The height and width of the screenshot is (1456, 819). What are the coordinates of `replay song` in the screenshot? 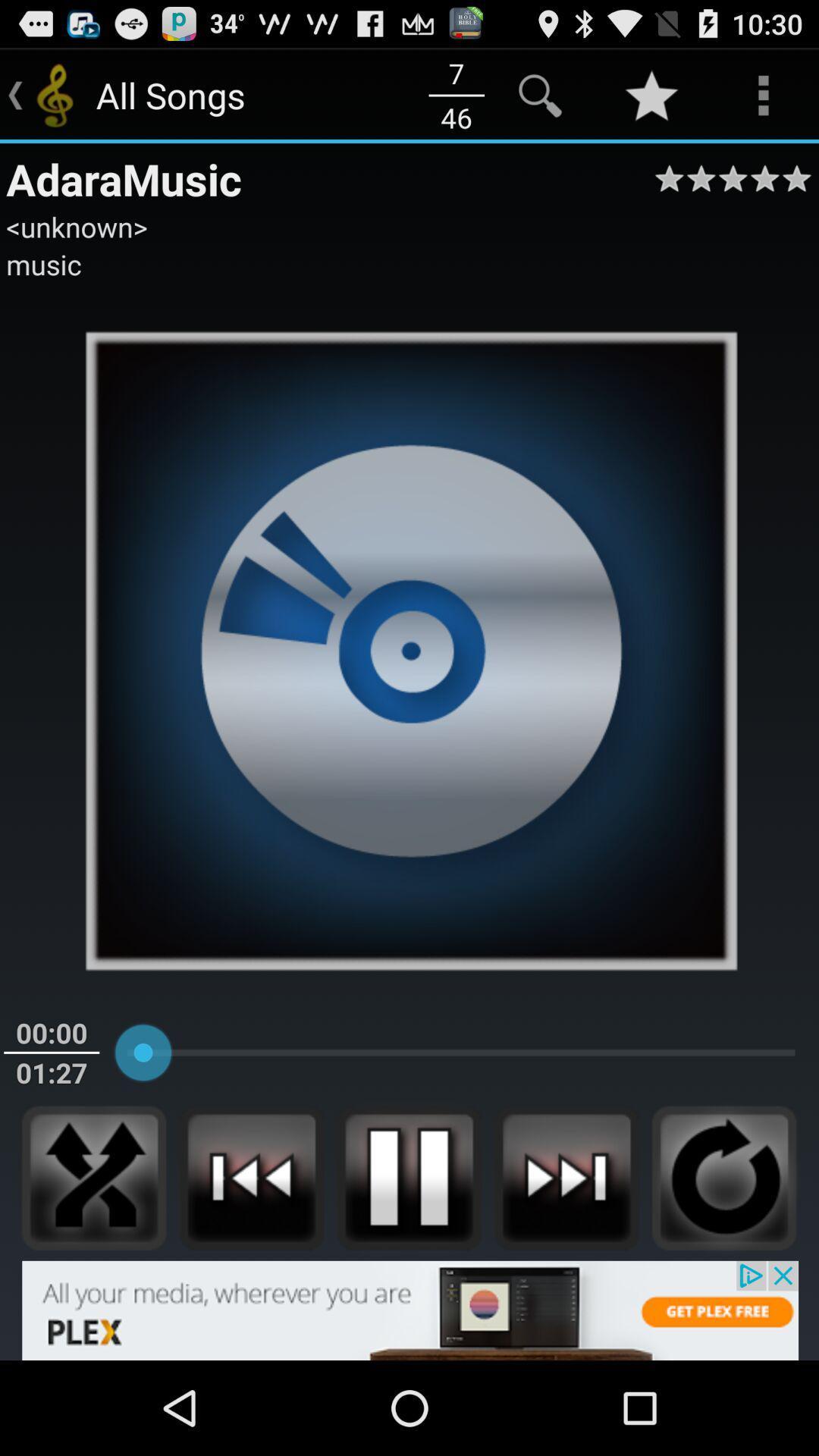 It's located at (723, 1177).